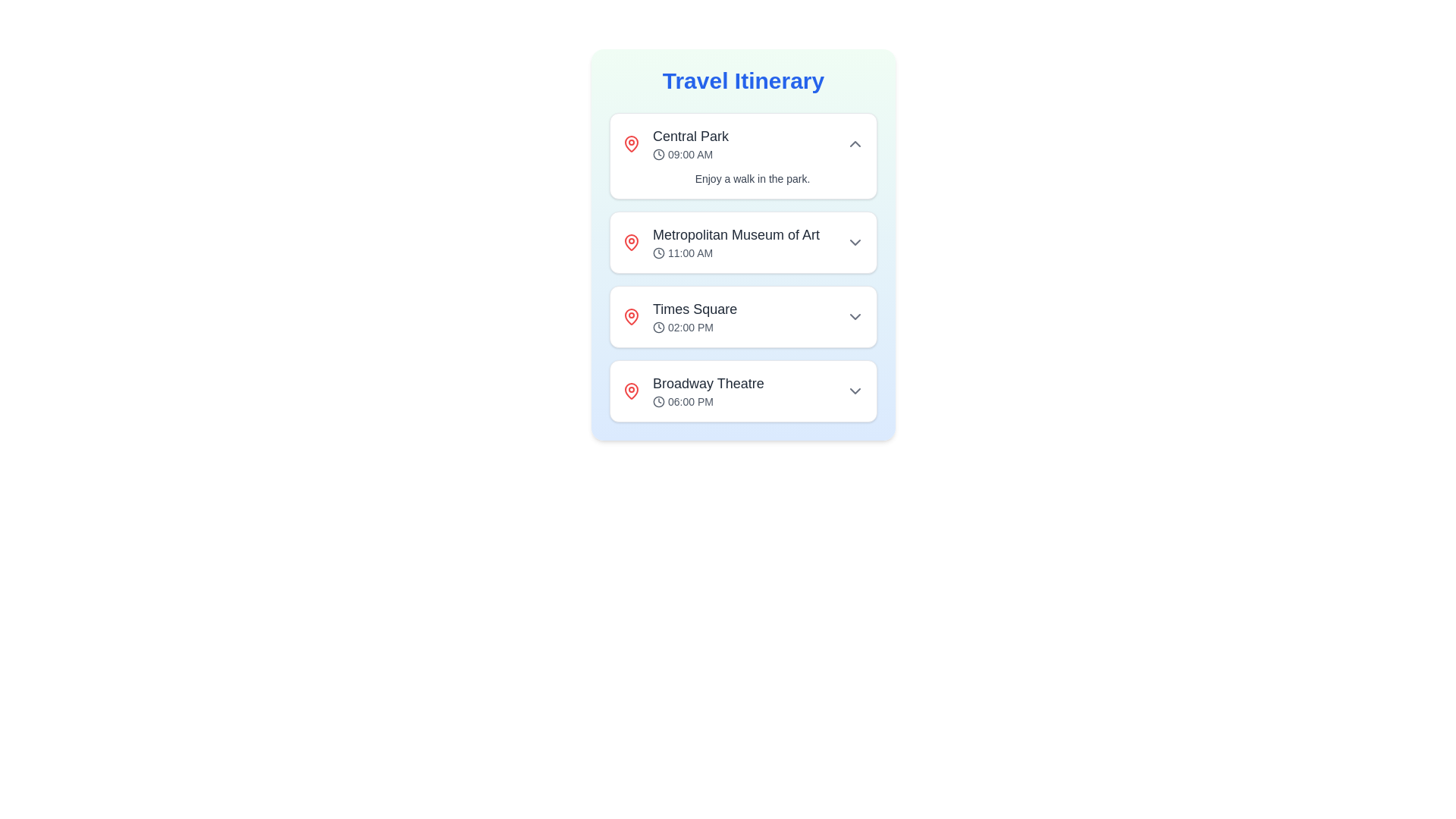 The image size is (1456, 819). I want to click on the Text element displaying 'Times Square' and '02:00 PM' in the third item of the vertically listed itinerary, so click(694, 315).